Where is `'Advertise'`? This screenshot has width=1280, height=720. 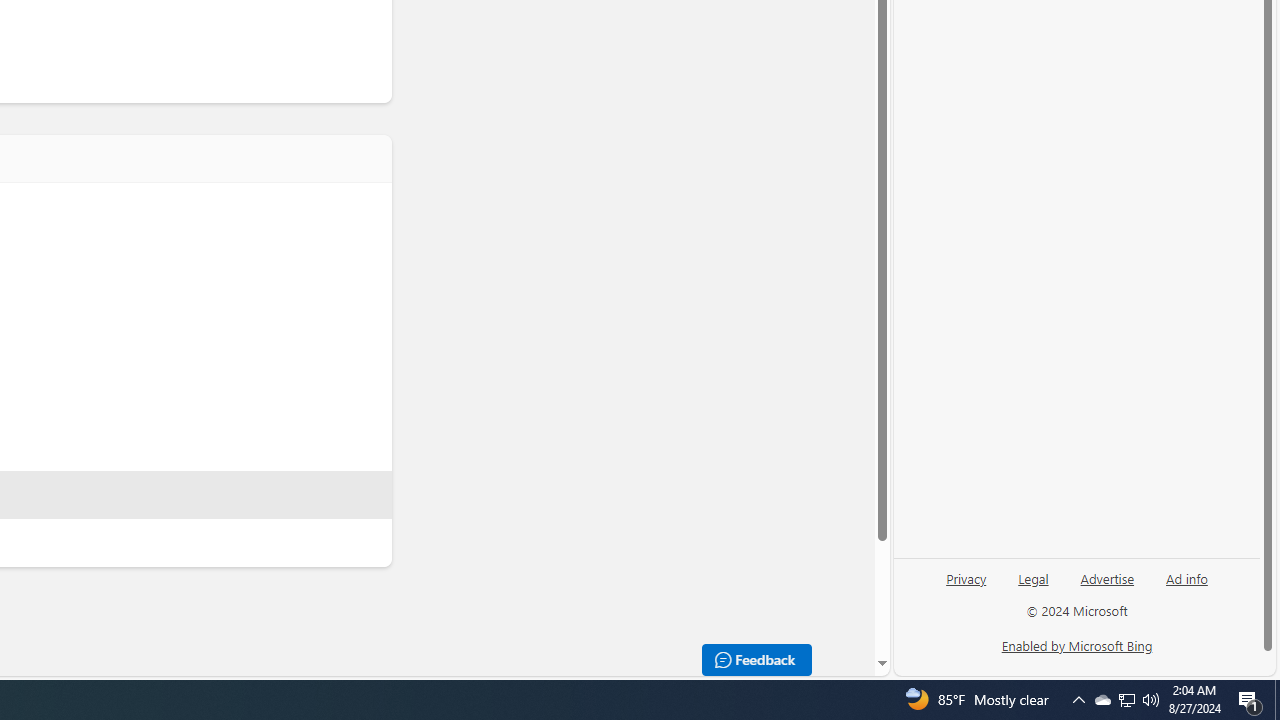
'Advertise' is located at coordinates (1106, 585).